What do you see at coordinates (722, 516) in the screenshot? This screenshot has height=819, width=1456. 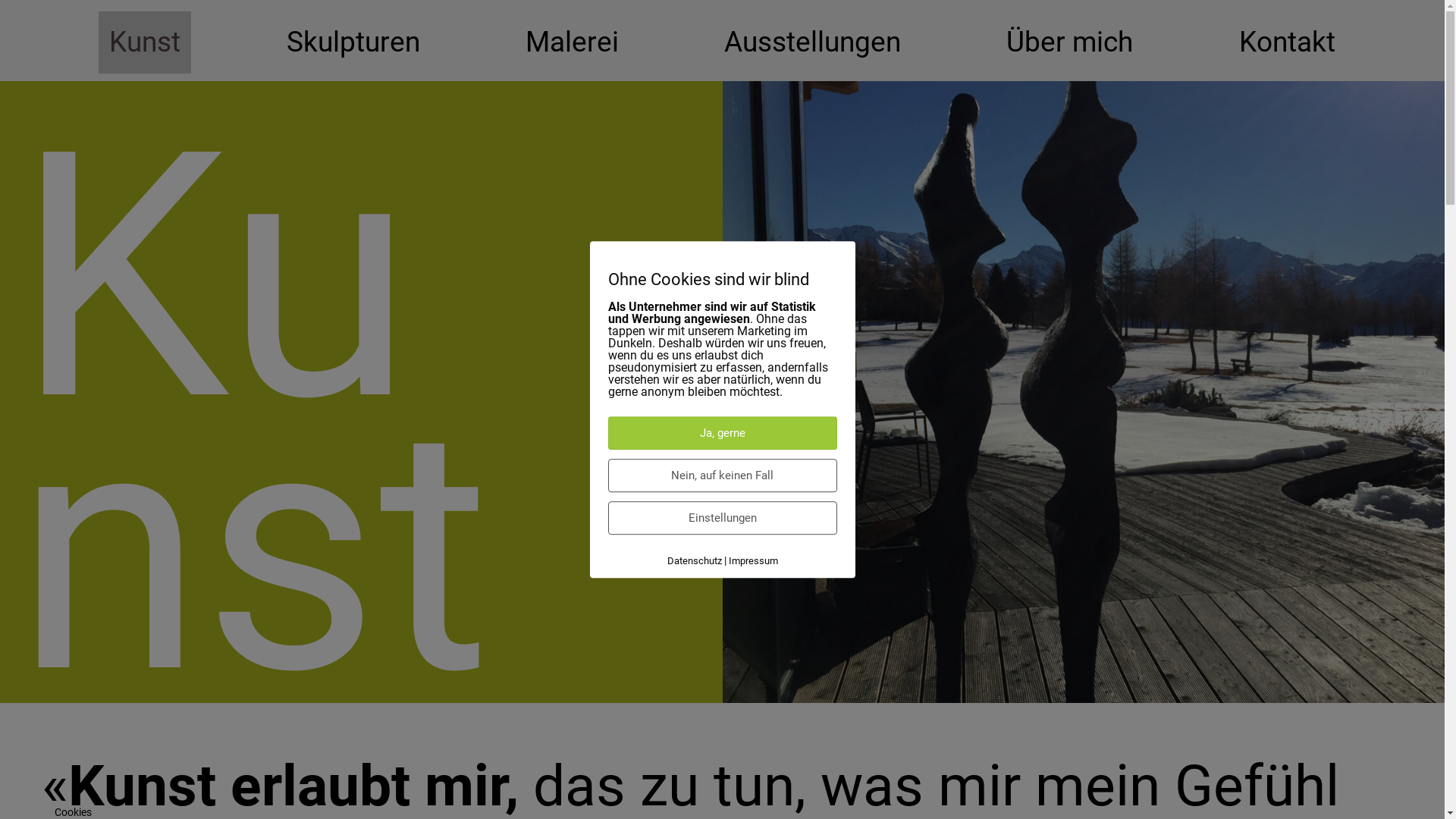 I see `'Einstellungen'` at bounding box center [722, 516].